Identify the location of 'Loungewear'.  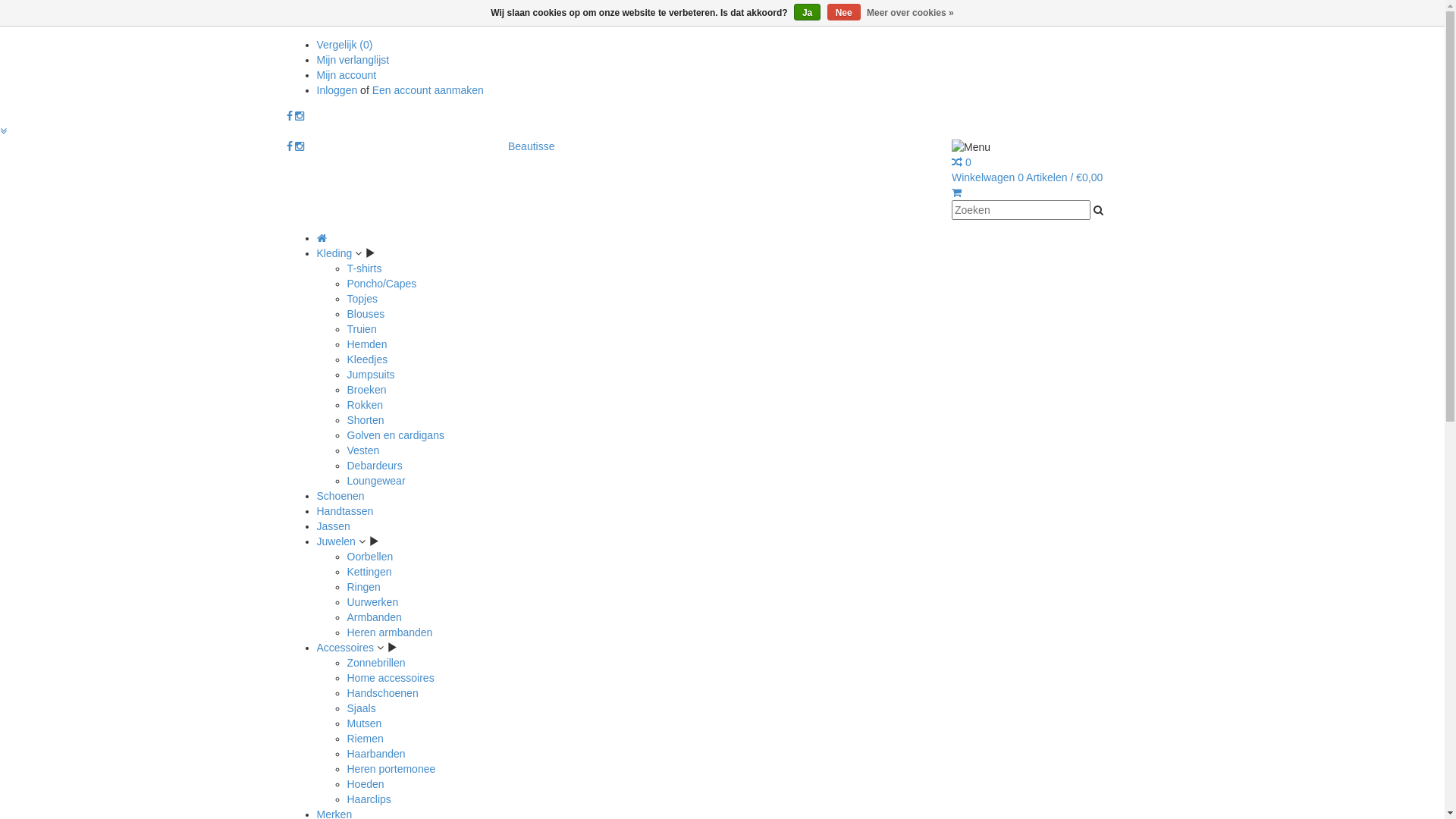
(376, 480).